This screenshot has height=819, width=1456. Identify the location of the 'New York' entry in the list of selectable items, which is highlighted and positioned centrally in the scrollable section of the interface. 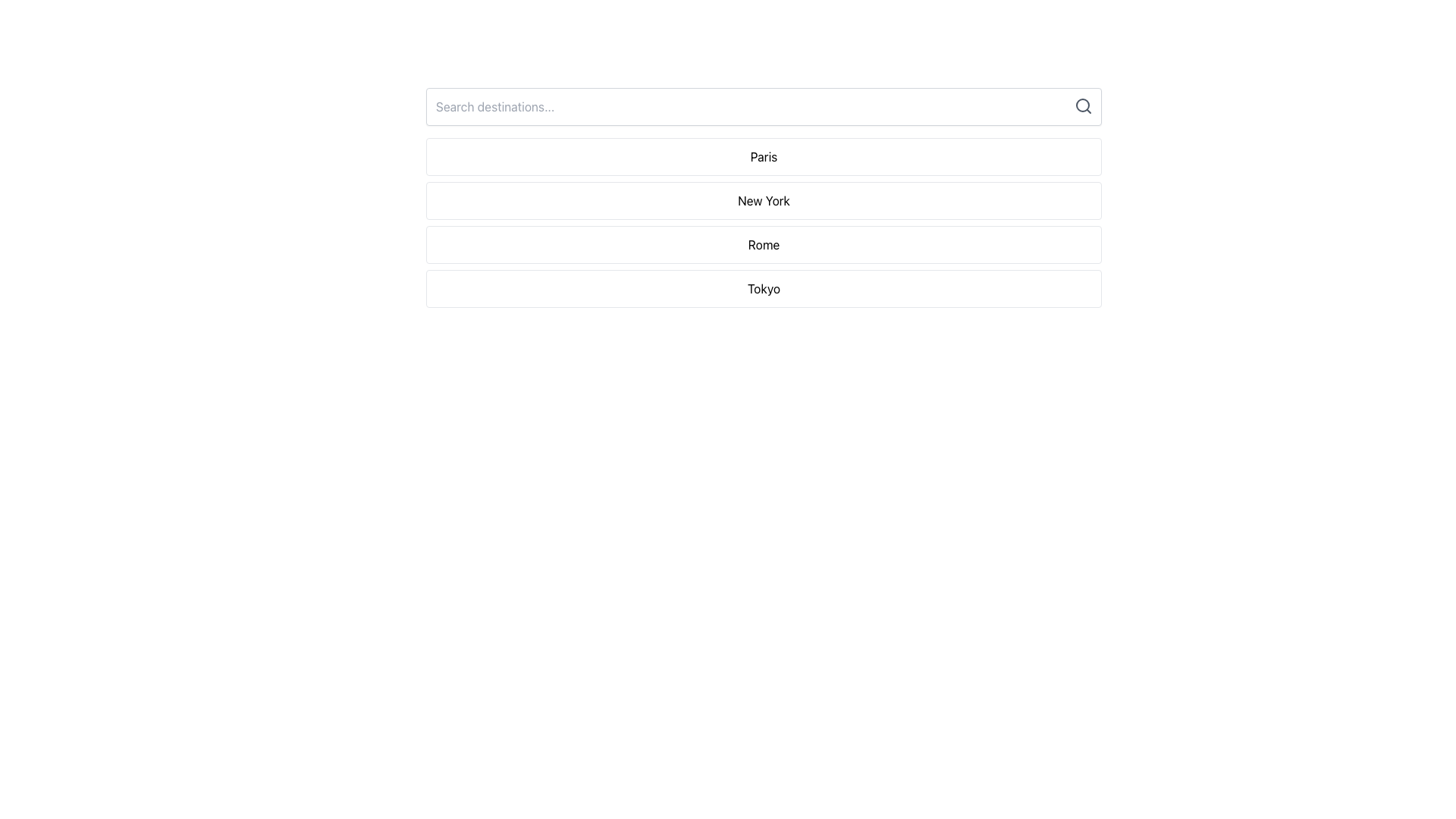
(764, 197).